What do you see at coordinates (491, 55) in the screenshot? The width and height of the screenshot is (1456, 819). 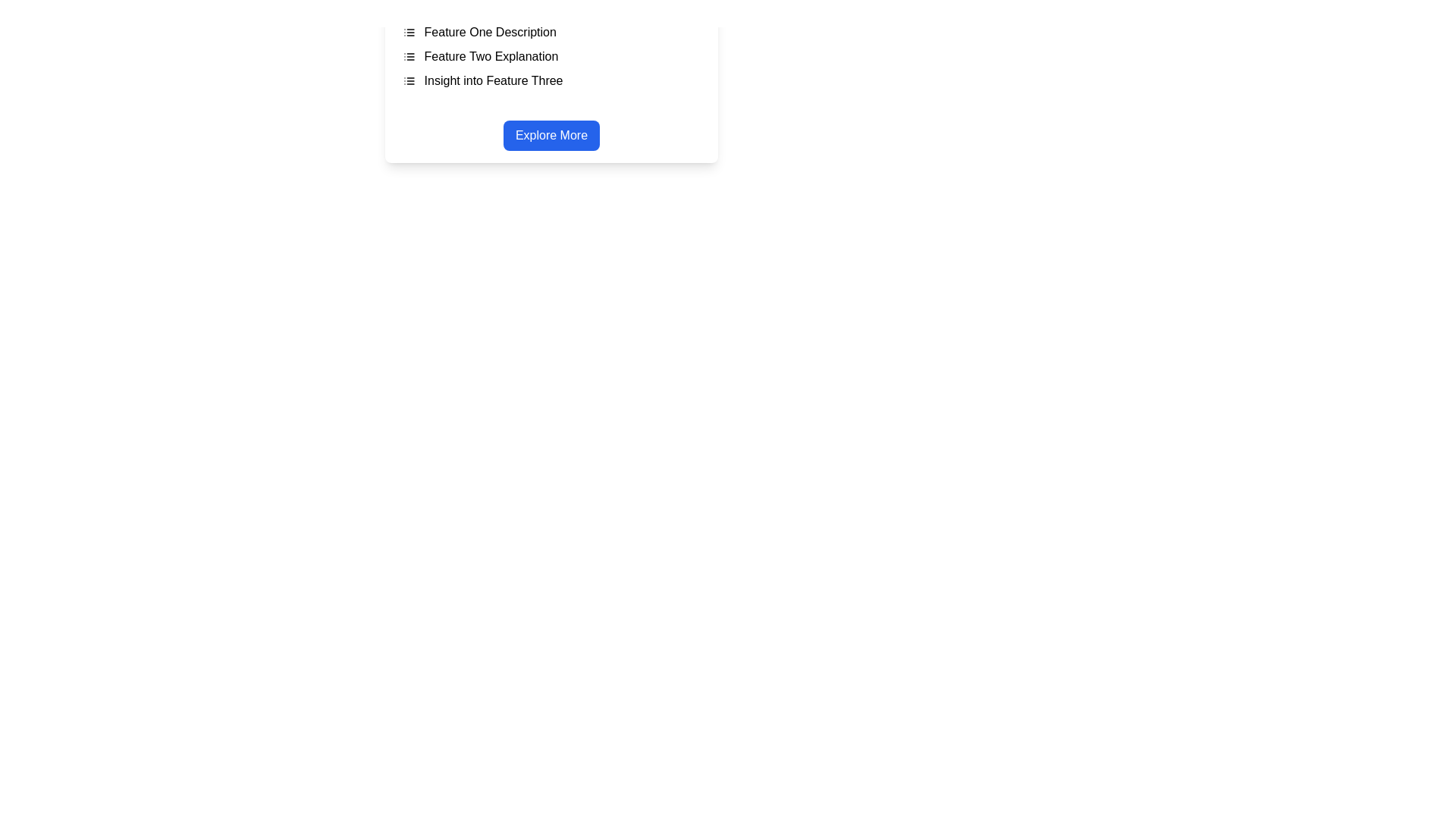 I see `the text label displaying 'Feature Two Explanation'` at bounding box center [491, 55].